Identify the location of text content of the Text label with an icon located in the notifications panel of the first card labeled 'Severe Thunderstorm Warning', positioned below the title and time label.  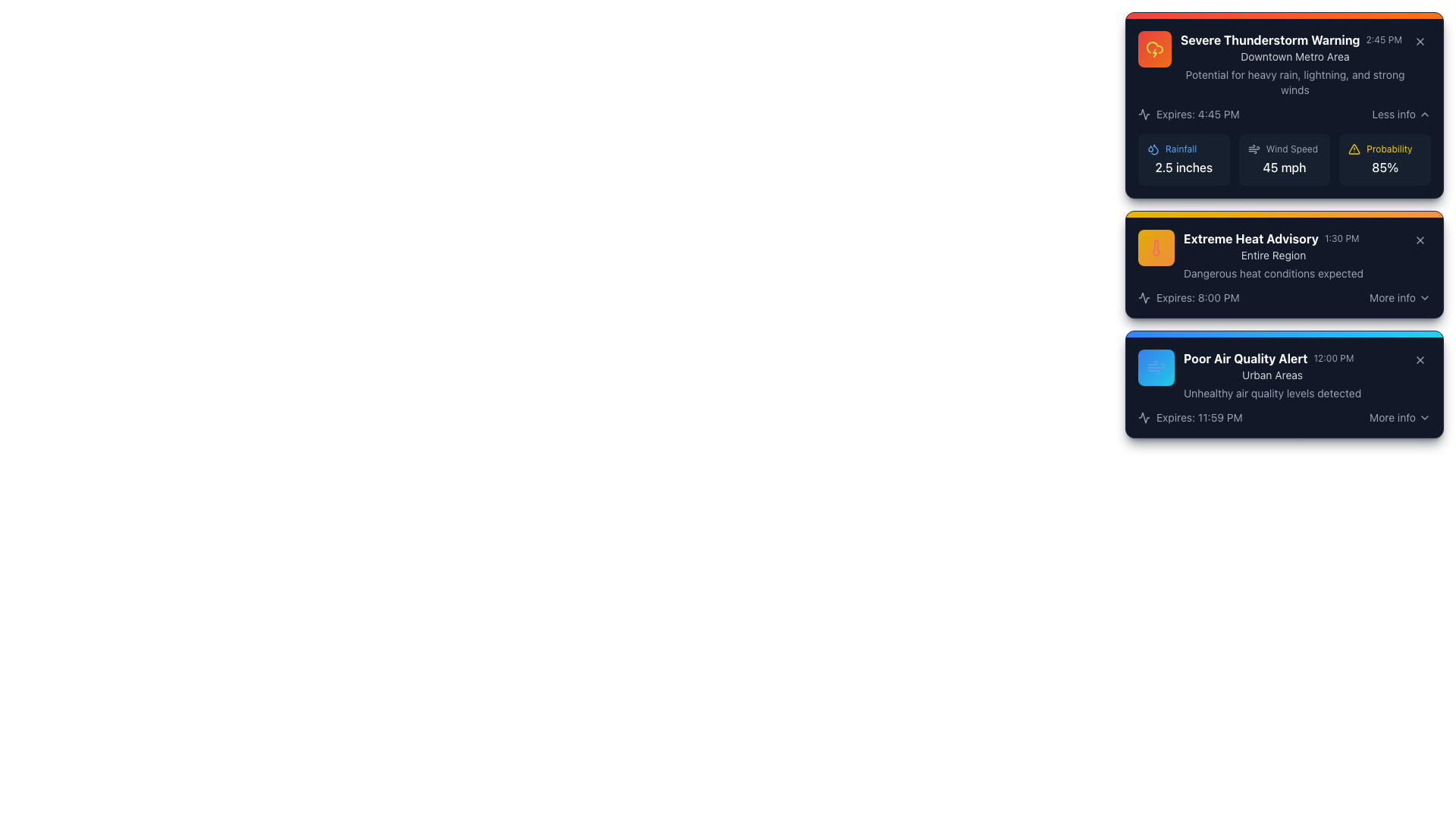
(1188, 113).